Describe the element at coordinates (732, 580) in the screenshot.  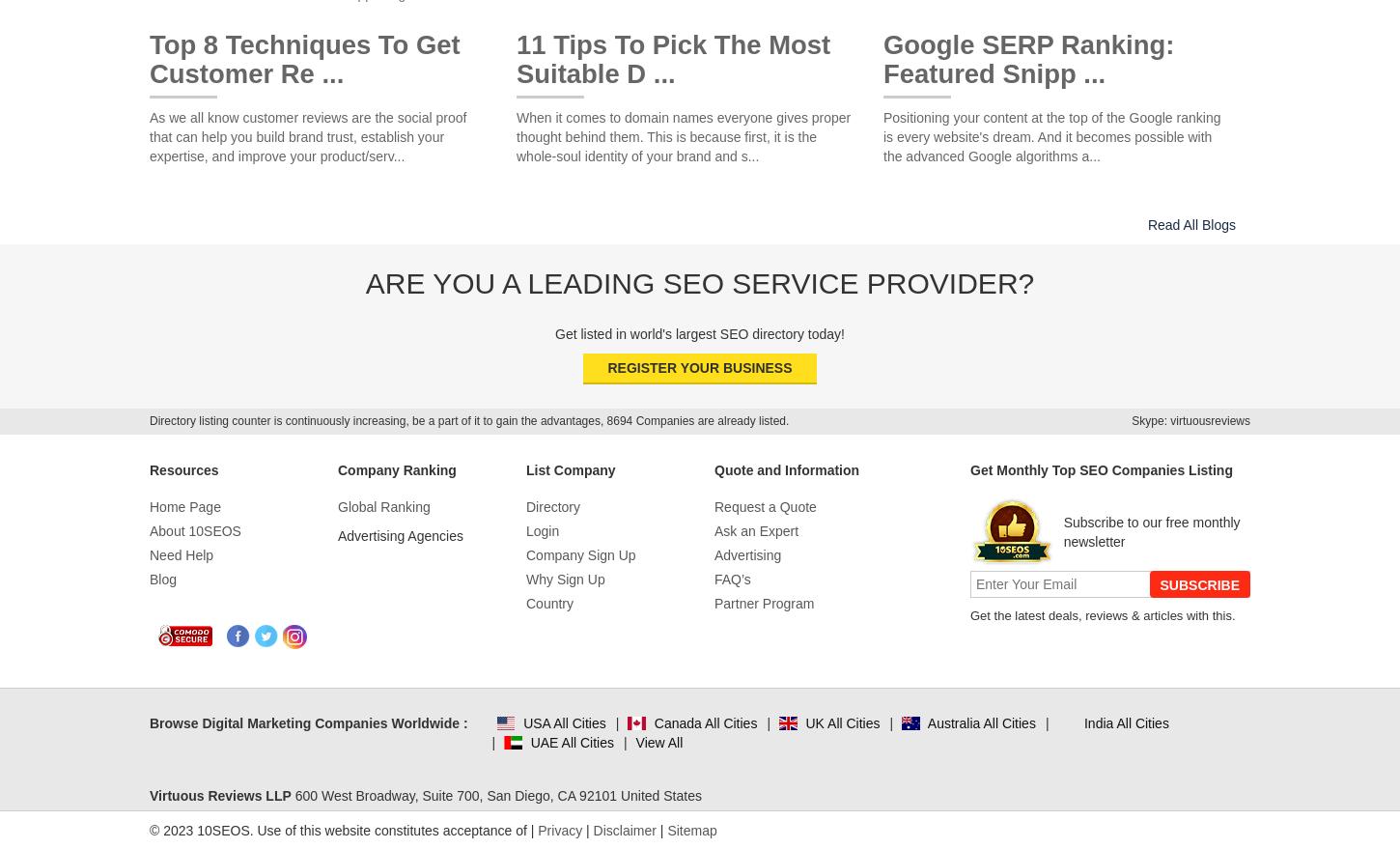
I see `'FAQ’s'` at that location.